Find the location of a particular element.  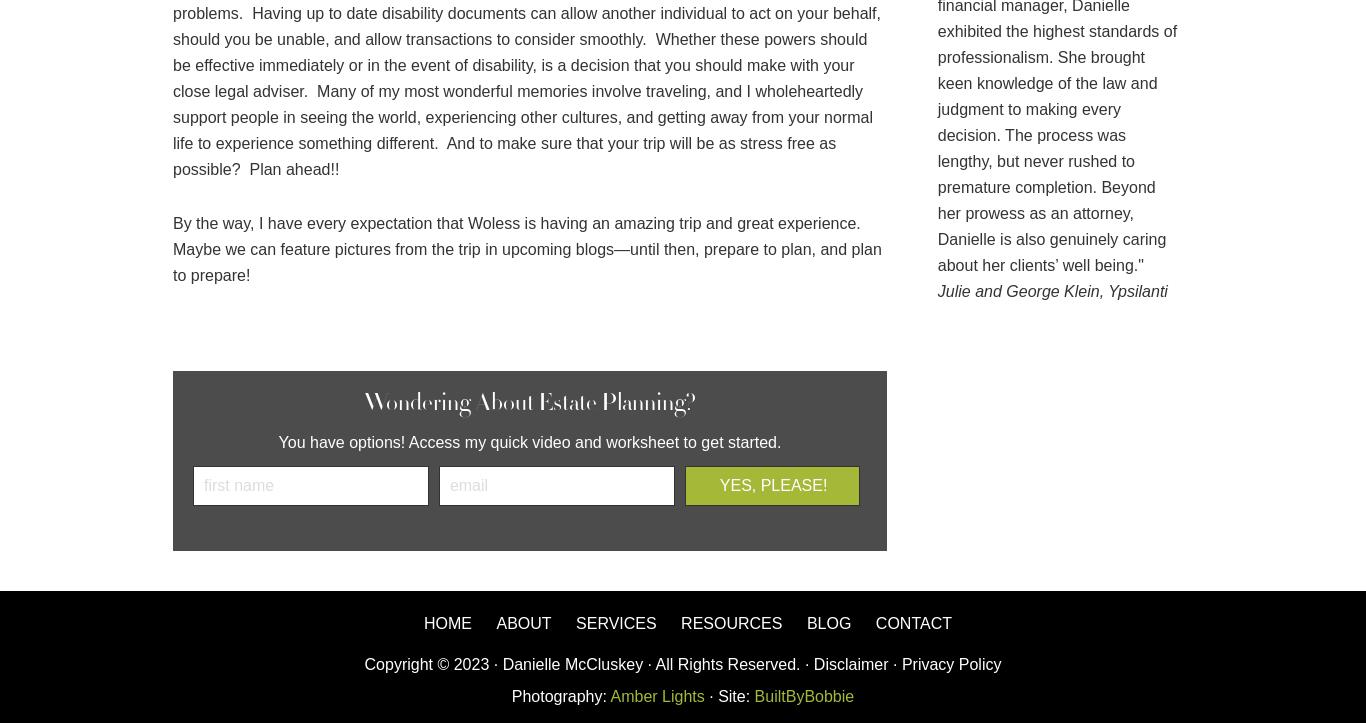

'BuiltByBobbie' is located at coordinates (800, 695).